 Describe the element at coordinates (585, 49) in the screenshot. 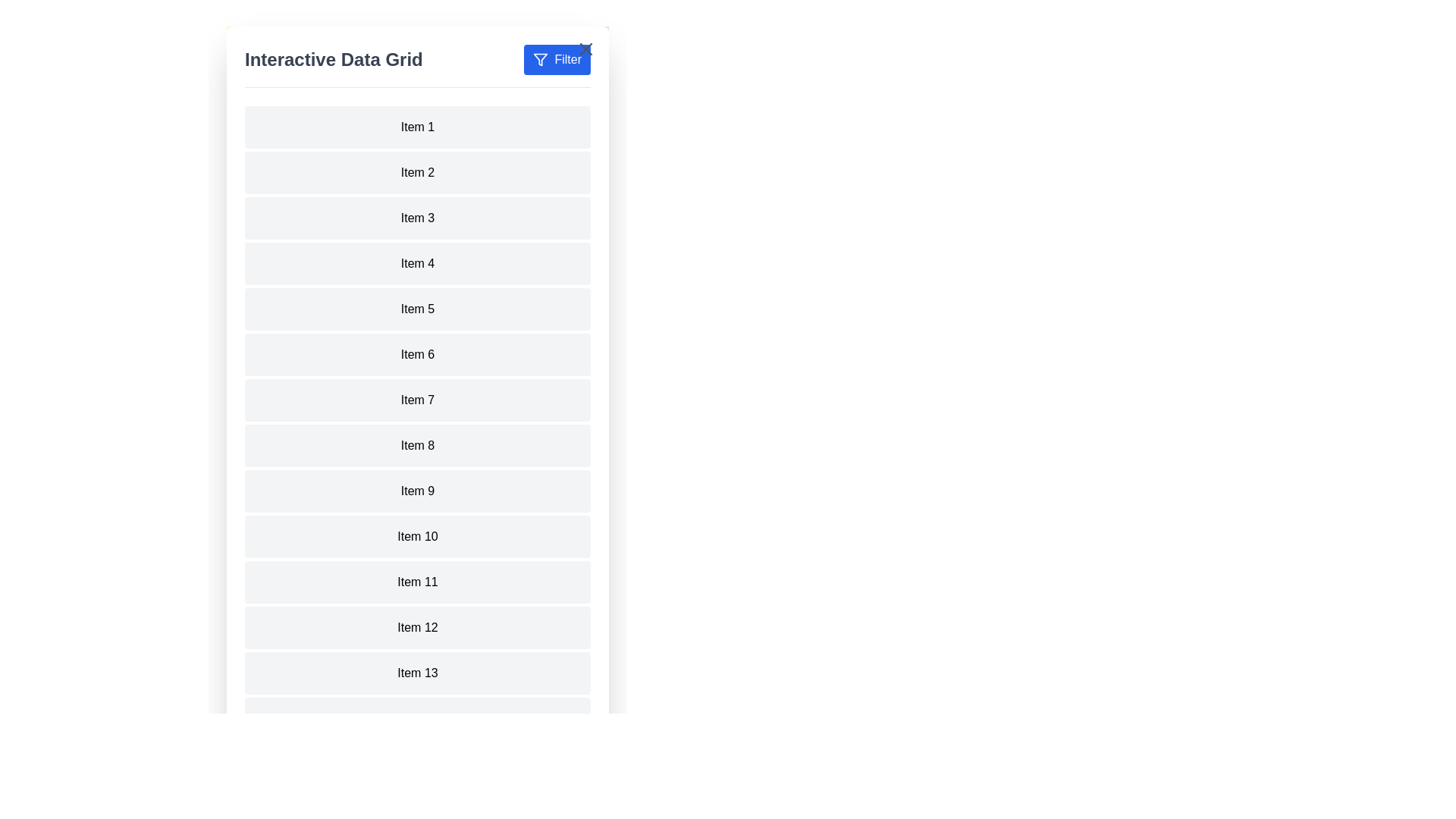

I see `close button to dismiss the dialog` at that location.